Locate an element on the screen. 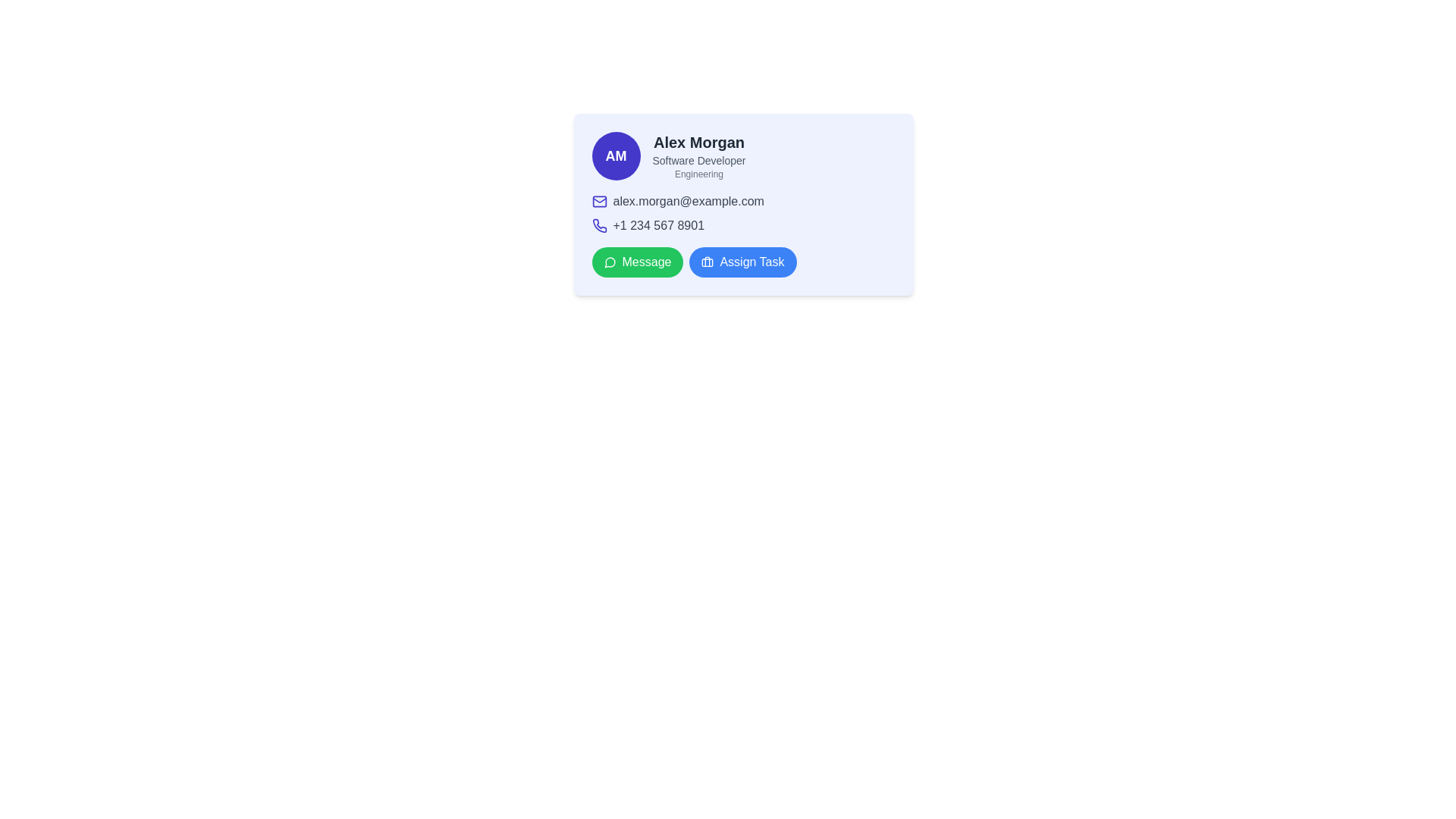 This screenshot has width=1456, height=819. the Static Text Label displaying the job title of user Alex Morgan, located between the name and the text 'Engineering' is located at coordinates (698, 161).